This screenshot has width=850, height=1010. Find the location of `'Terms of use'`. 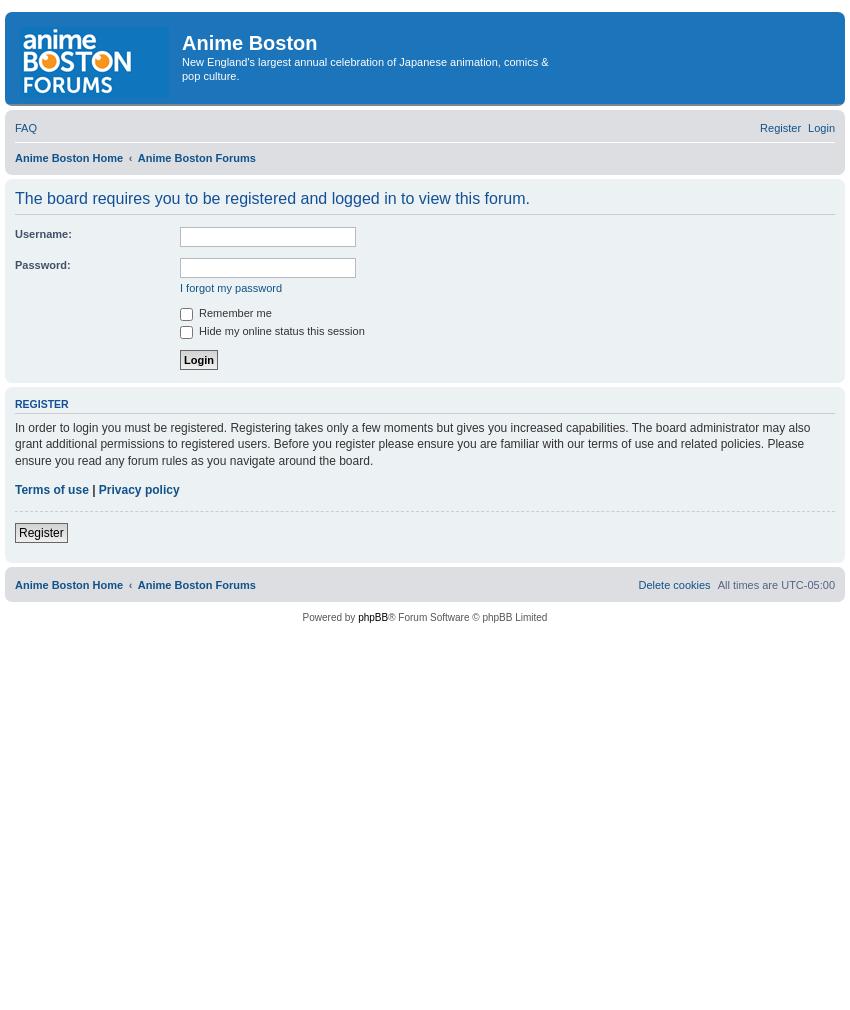

'Terms of use' is located at coordinates (13, 489).